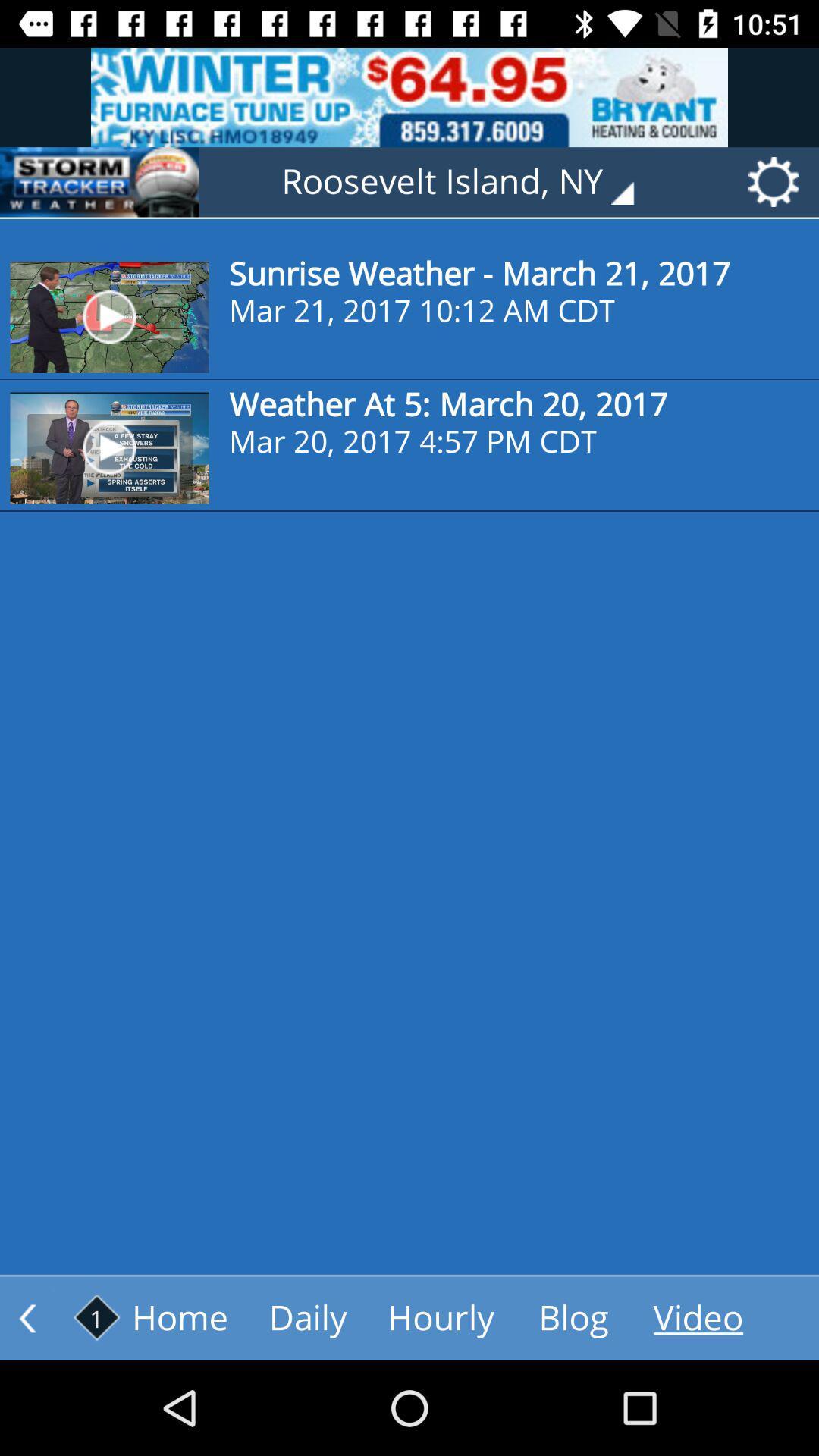 The width and height of the screenshot is (819, 1456). I want to click on advertisements, so click(409, 96).